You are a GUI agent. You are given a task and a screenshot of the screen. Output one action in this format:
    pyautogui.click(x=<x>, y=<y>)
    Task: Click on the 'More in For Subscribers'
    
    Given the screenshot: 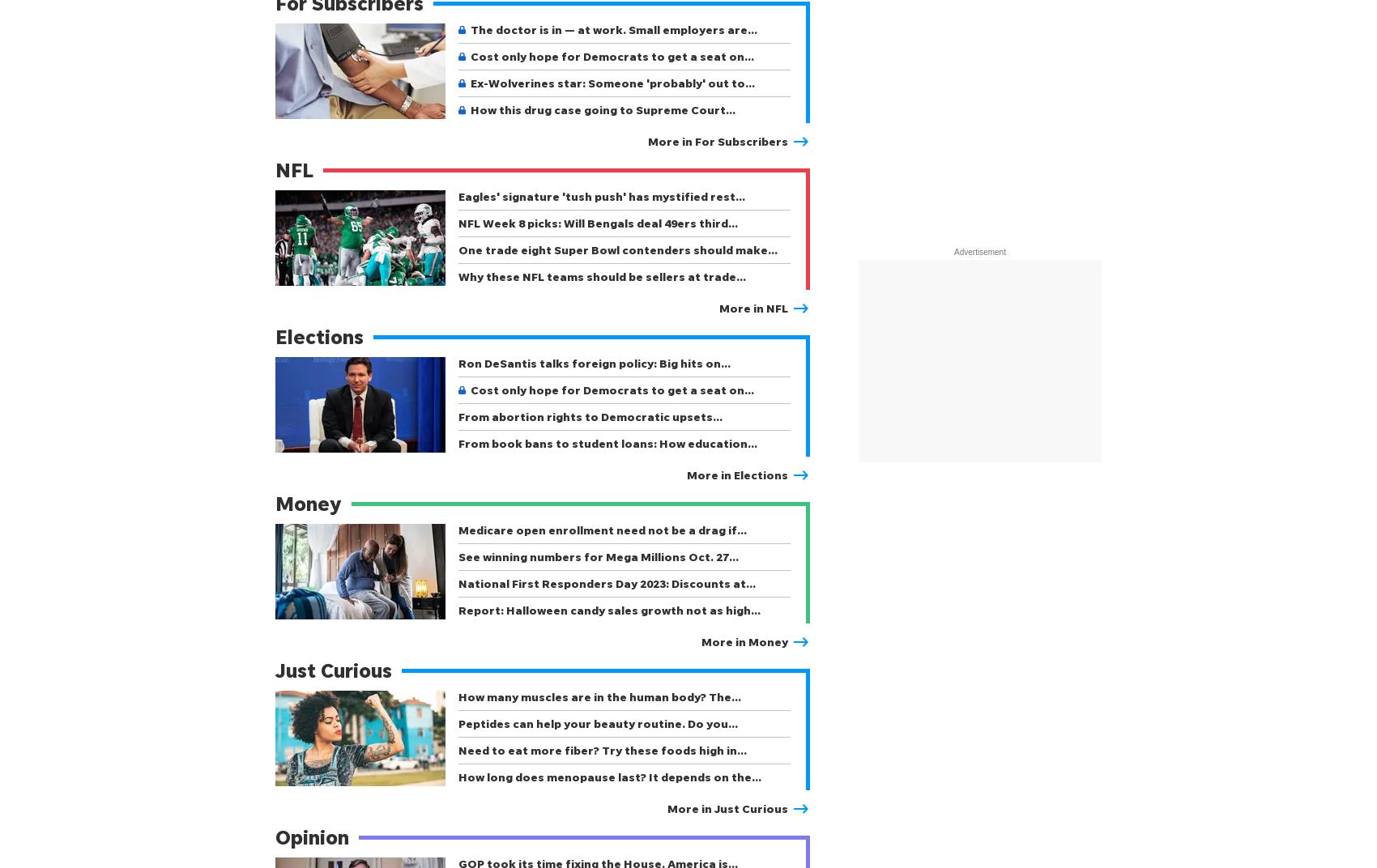 What is the action you would take?
    pyautogui.click(x=718, y=140)
    